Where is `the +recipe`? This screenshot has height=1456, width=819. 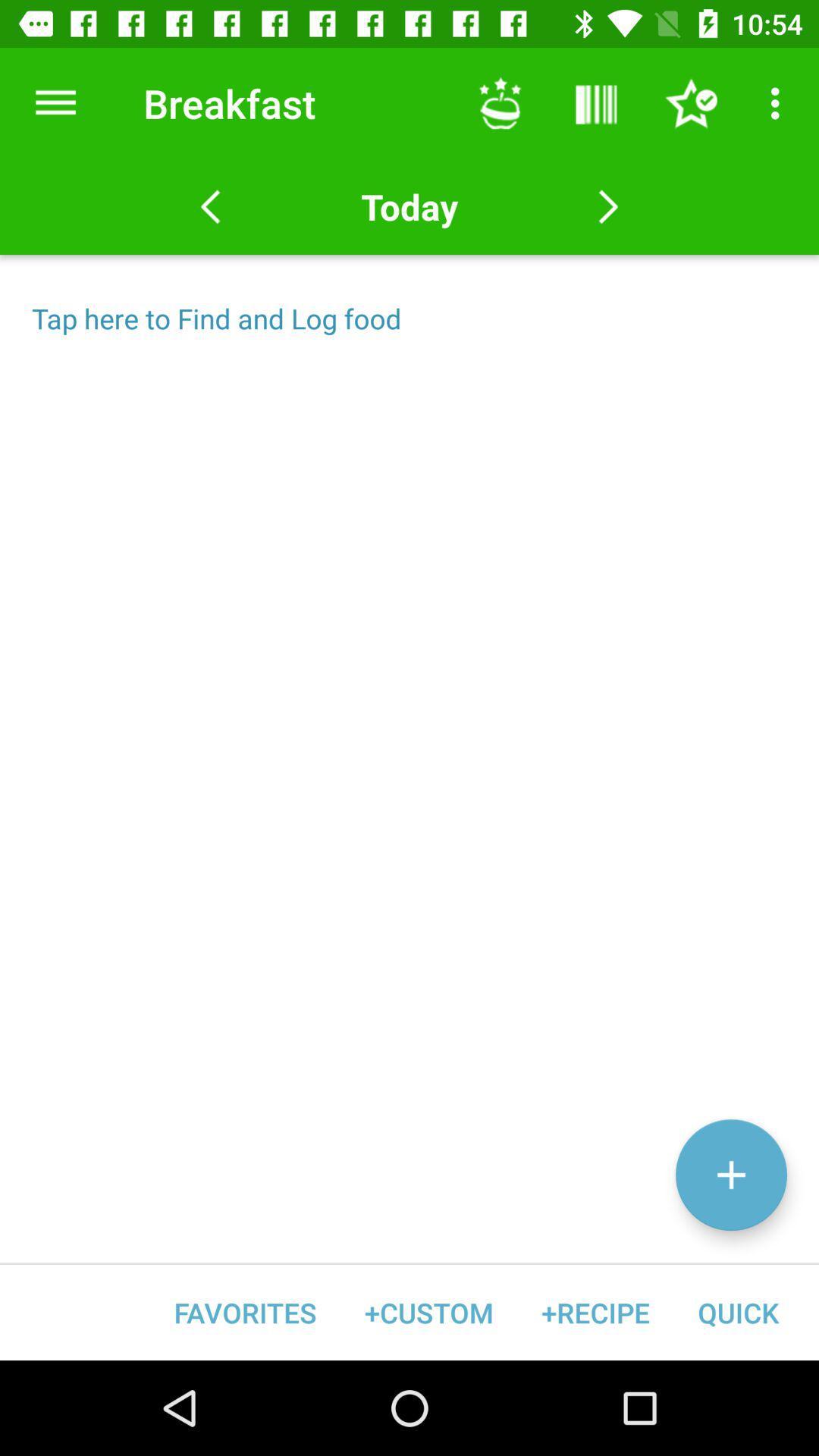 the +recipe is located at coordinates (595, 1312).